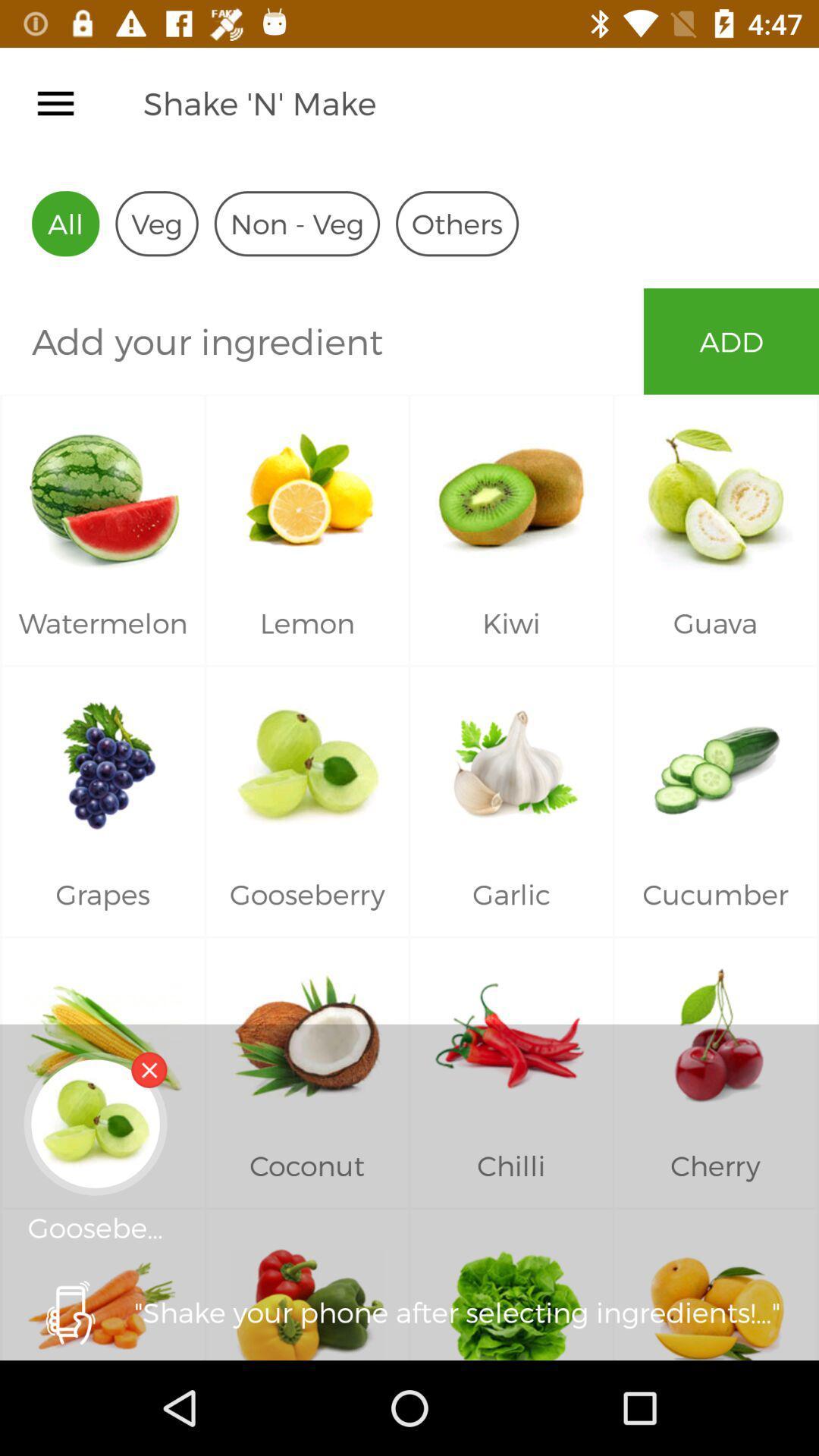 This screenshot has width=819, height=1456. Describe the element at coordinates (321, 340) in the screenshot. I see `ingredients` at that location.